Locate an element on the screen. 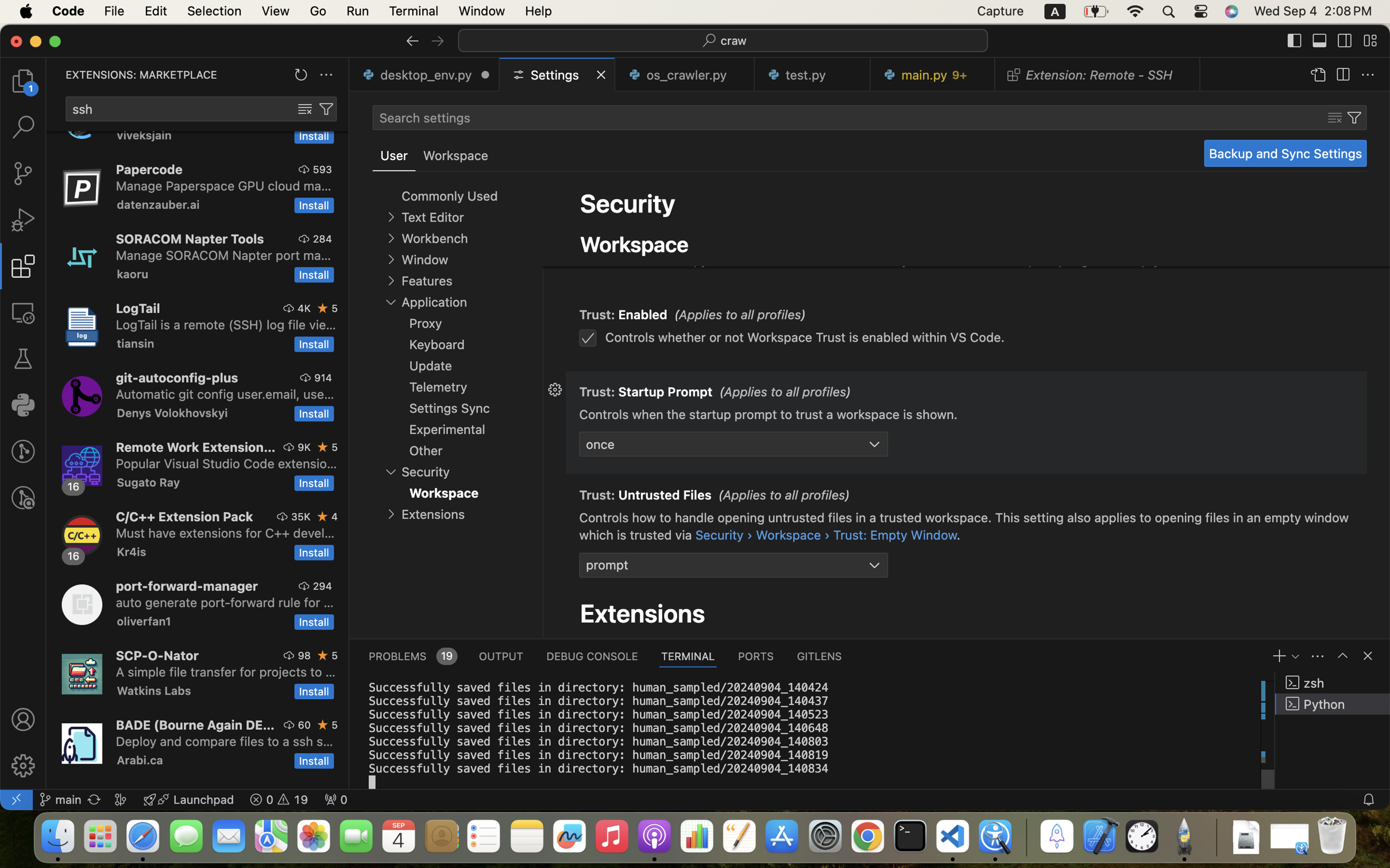 Image resolution: width=1390 pixels, height=868 pixels. 'Settings Sync' is located at coordinates (449, 408).